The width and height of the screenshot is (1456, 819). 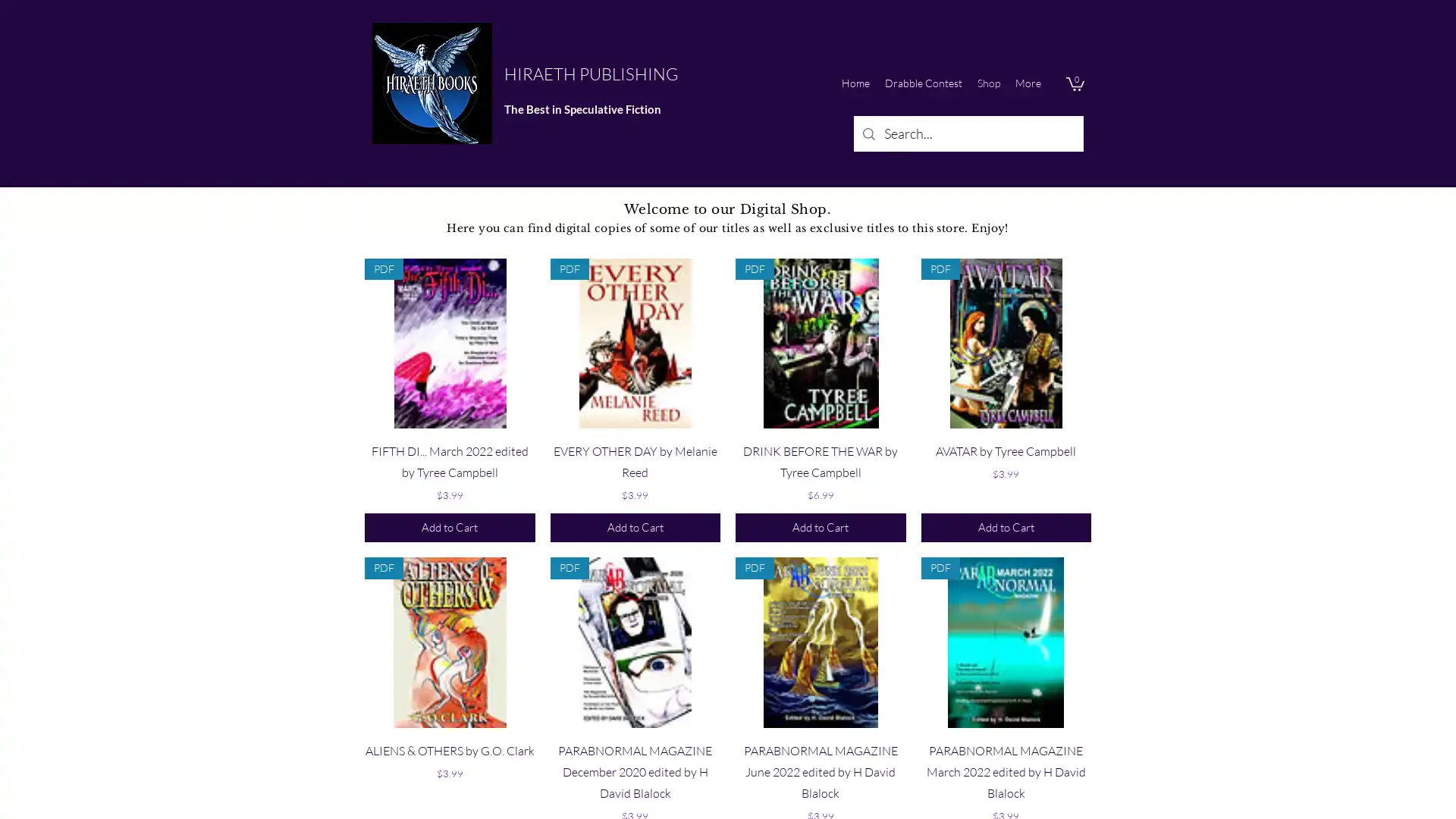 What do you see at coordinates (635, 526) in the screenshot?
I see `Add to Cart` at bounding box center [635, 526].